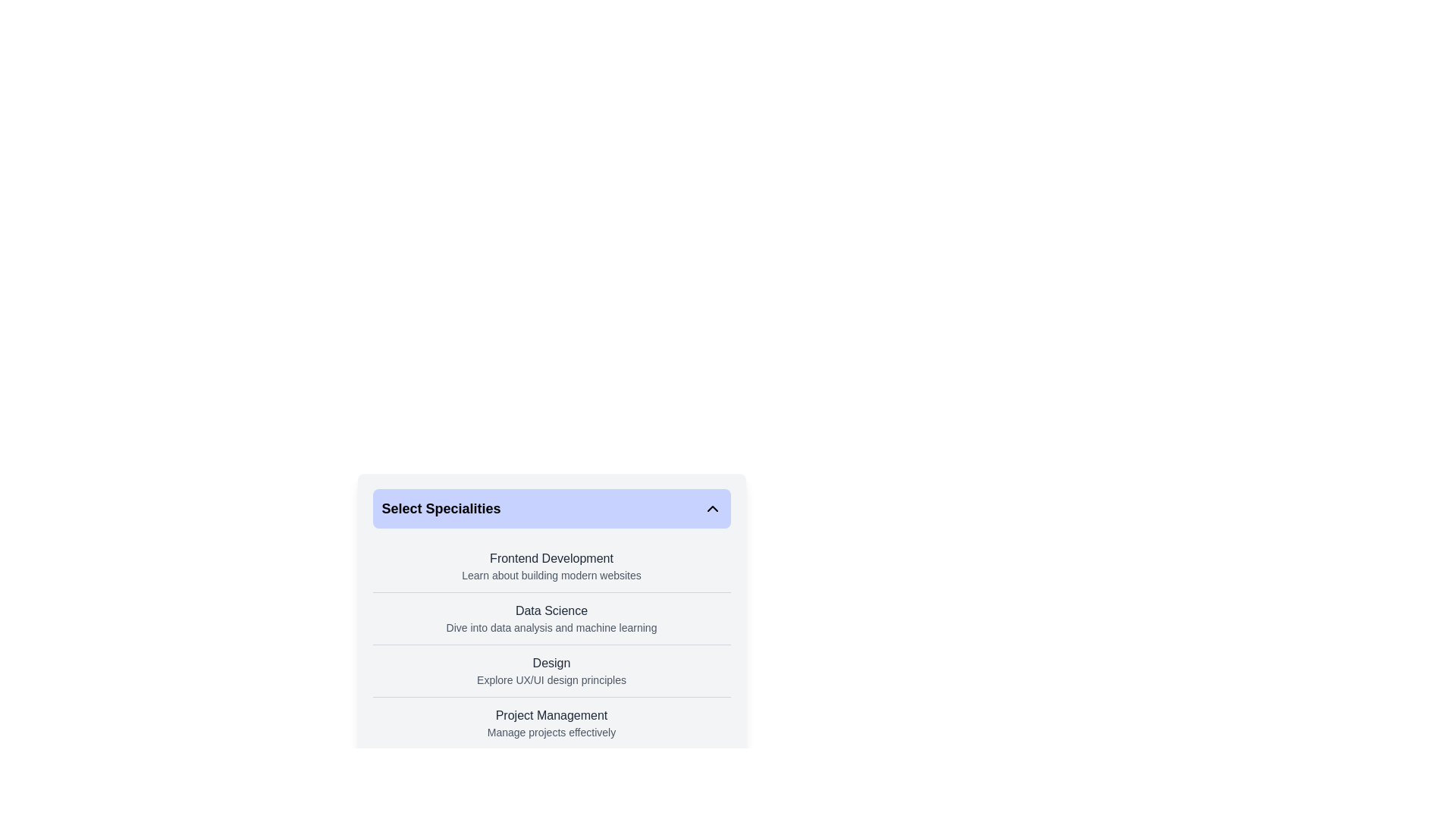  Describe the element at coordinates (441, 509) in the screenshot. I see `the bold label reading 'Select Specialities' which is located on a light purple rounded rectangle background` at that location.